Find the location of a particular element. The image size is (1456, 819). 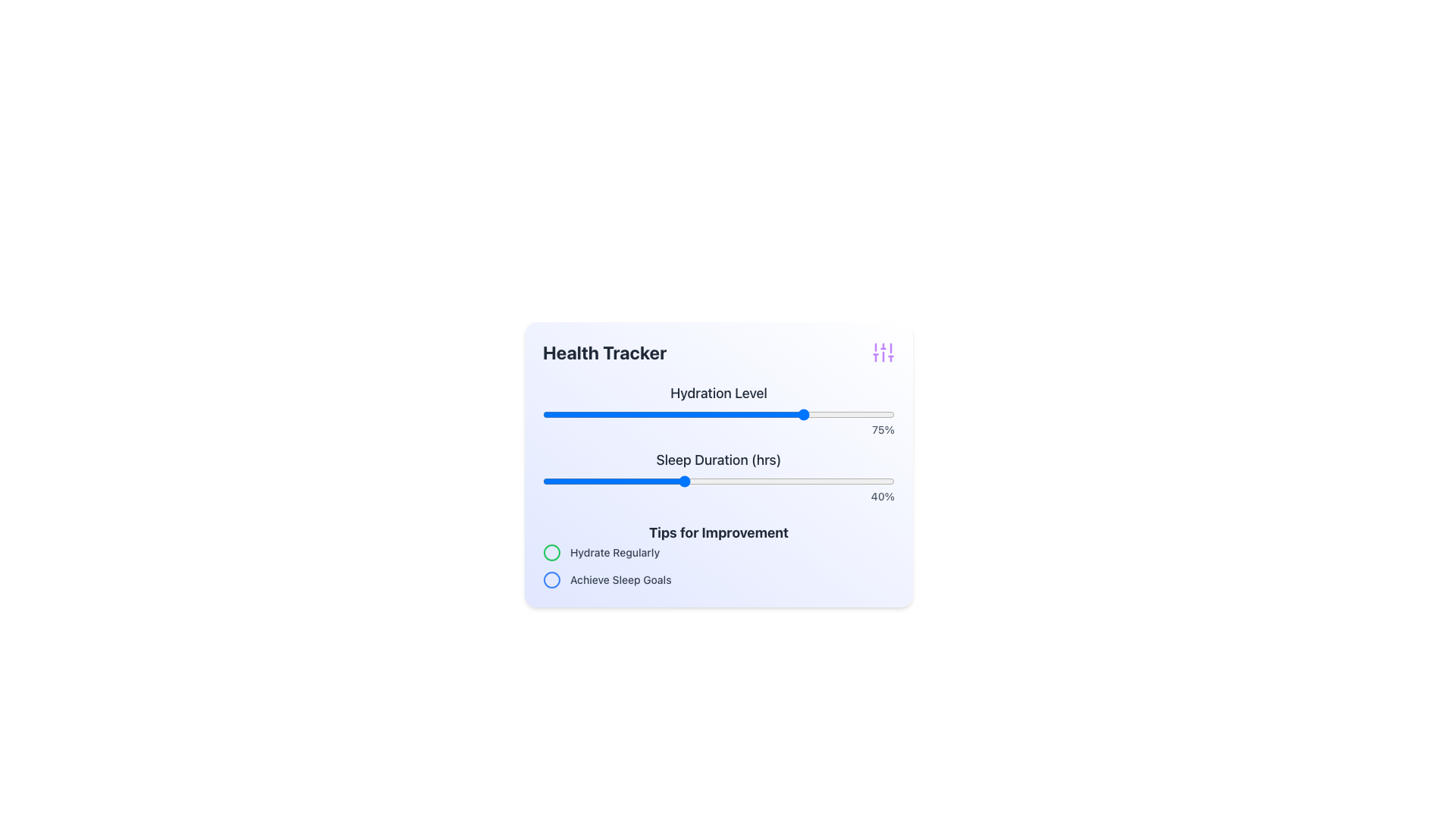

the hydration level is located at coordinates (542, 415).